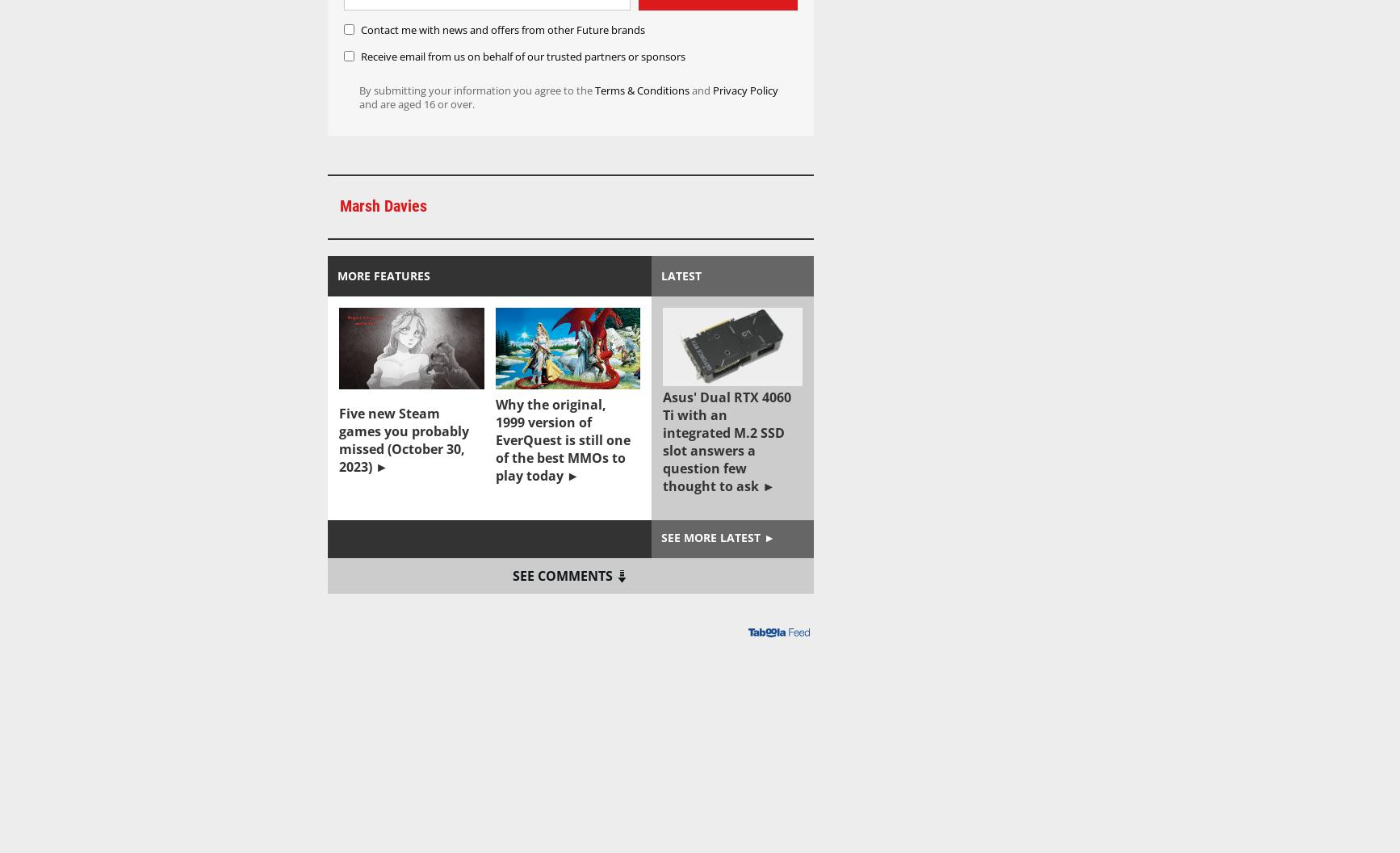 This screenshot has height=853, width=1400. What do you see at coordinates (403, 440) in the screenshot?
I see `'Five new Steam games you probably missed (October 30, 2023)'` at bounding box center [403, 440].